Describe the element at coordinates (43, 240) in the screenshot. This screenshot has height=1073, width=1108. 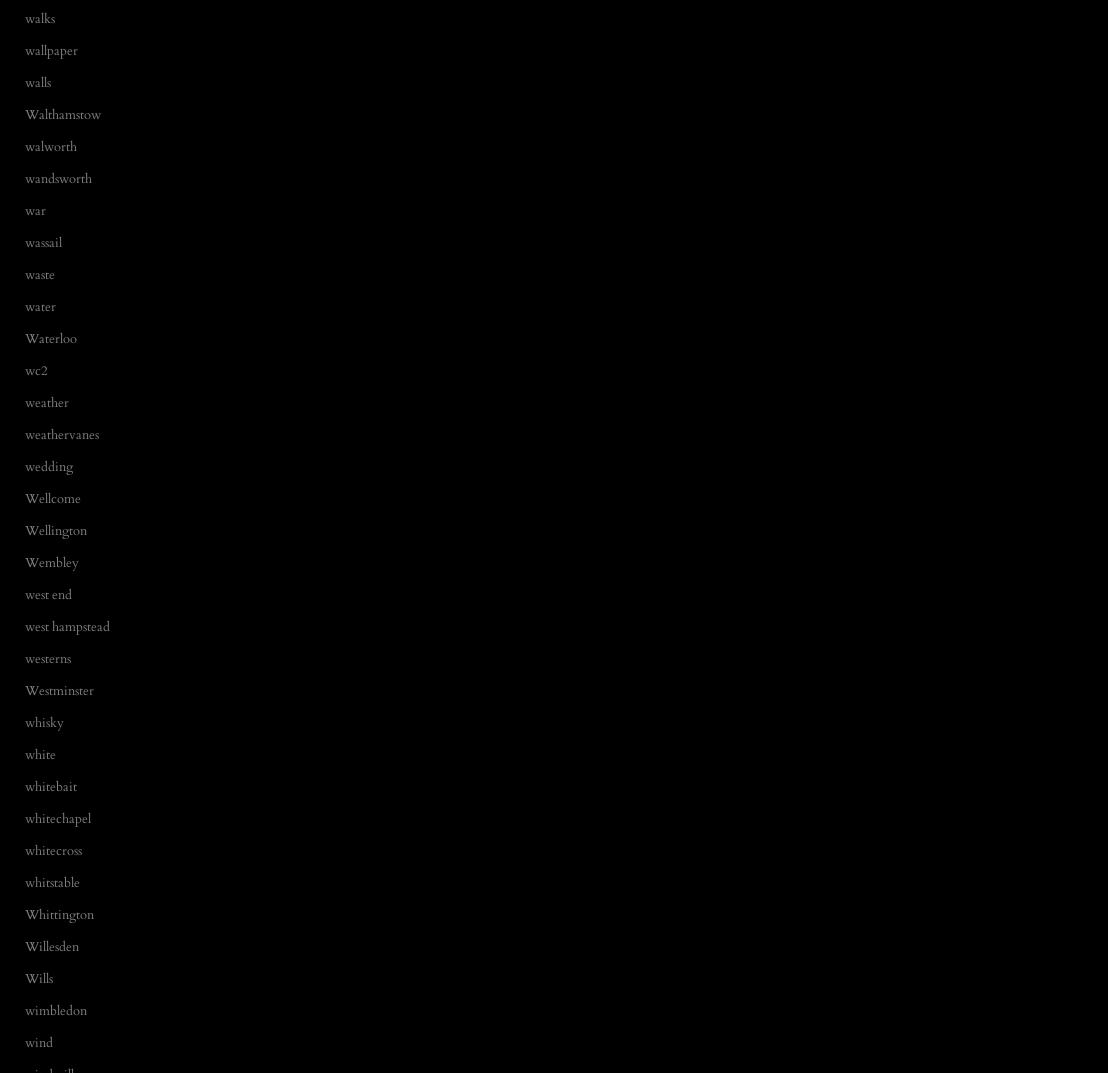
I see `'wassail'` at that location.